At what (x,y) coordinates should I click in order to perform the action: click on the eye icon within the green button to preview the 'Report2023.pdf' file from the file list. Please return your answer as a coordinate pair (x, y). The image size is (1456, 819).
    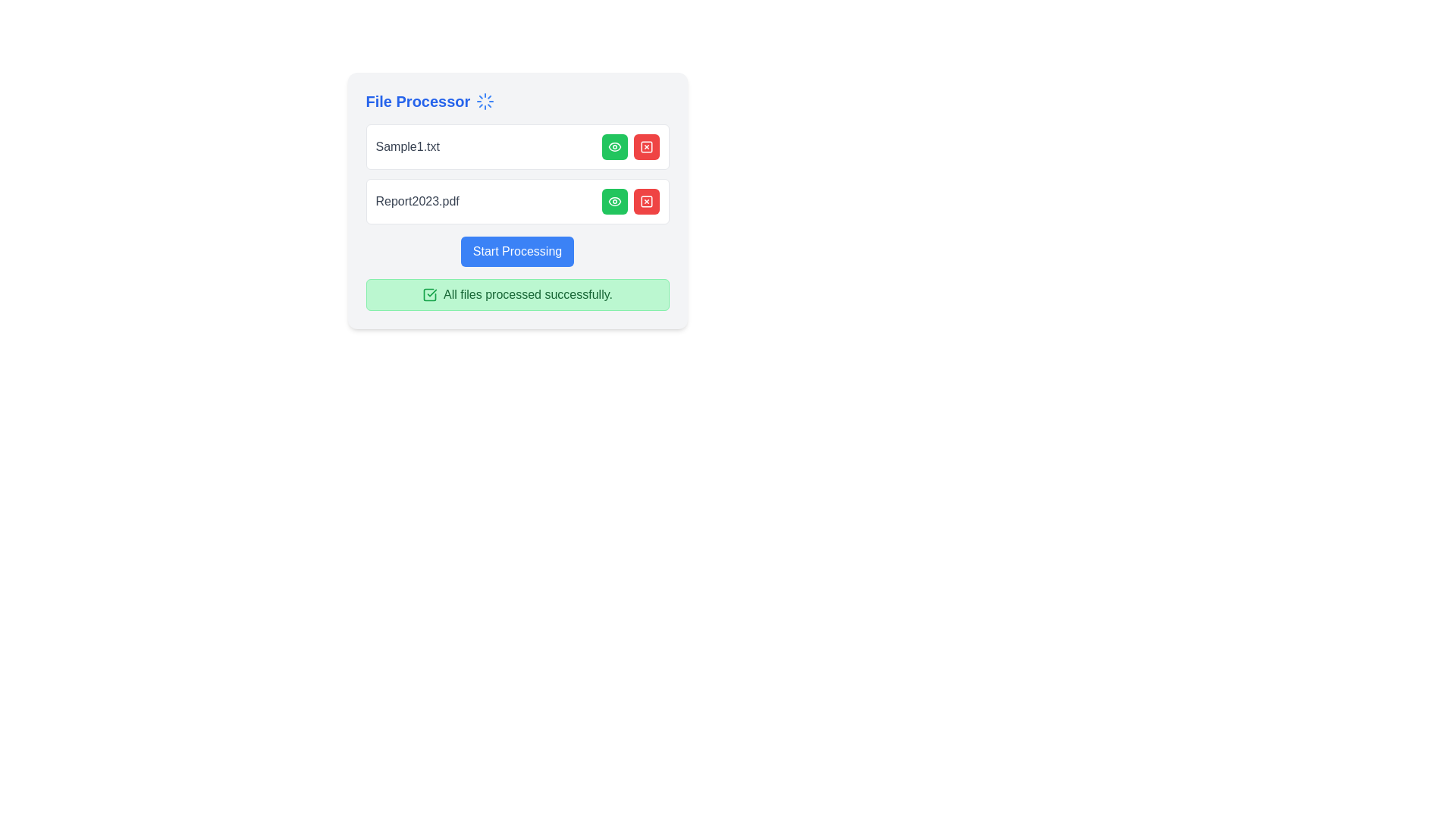
    Looking at the image, I should click on (614, 146).